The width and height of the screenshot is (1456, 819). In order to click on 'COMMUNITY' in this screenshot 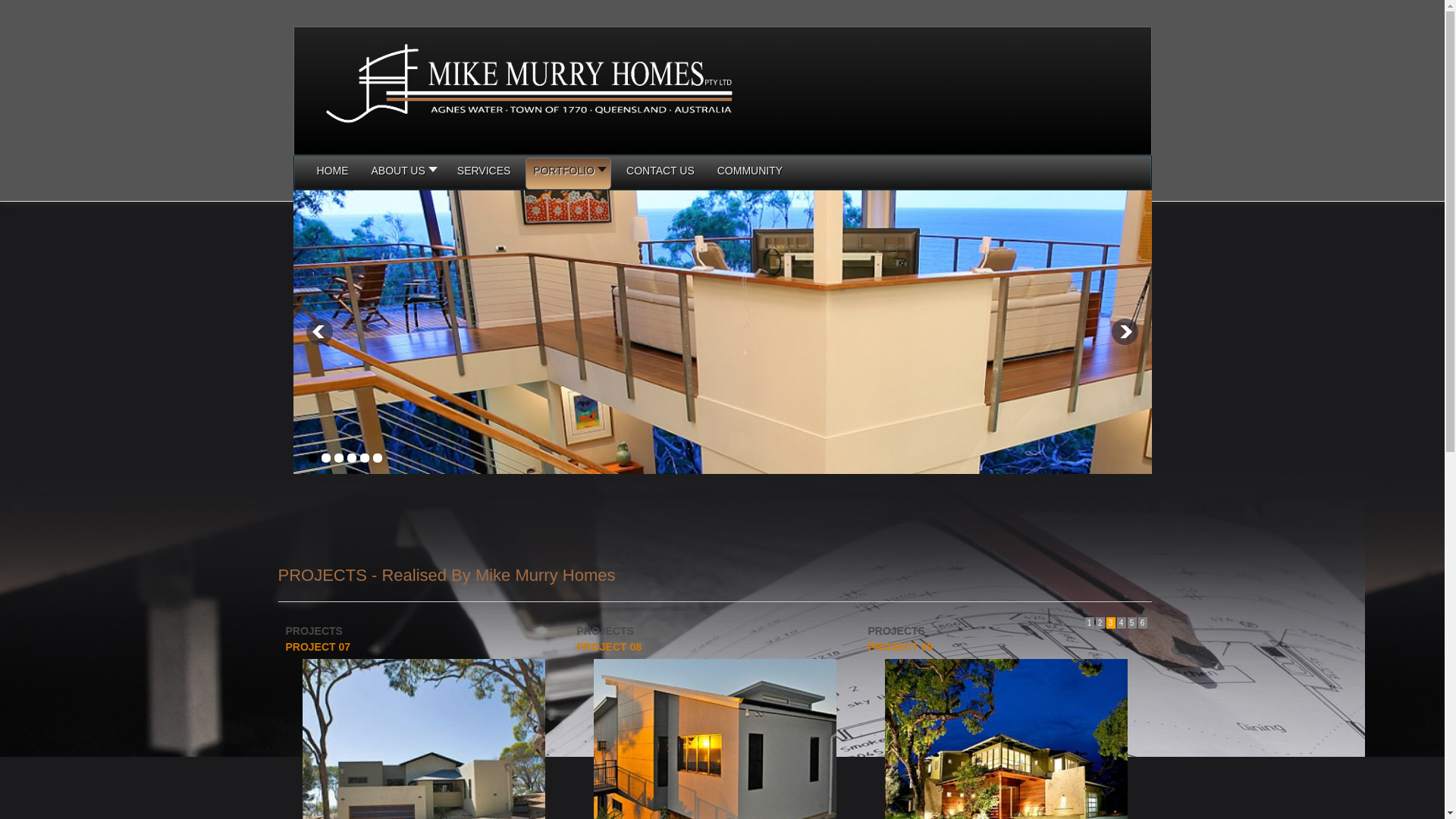, I will do `click(716, 174)`.